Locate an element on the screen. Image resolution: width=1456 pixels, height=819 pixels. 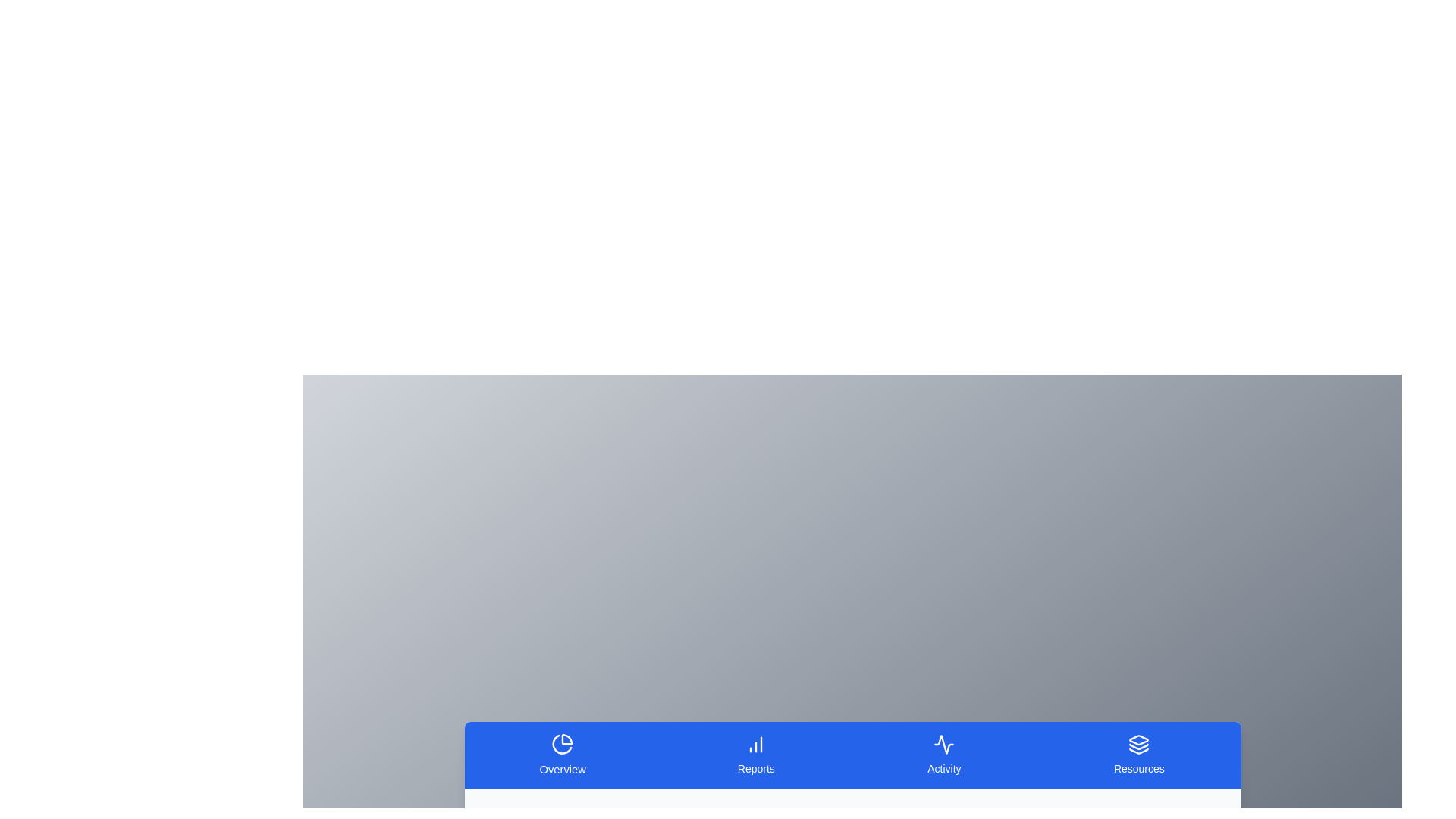
the tab corresponding to Resources is located at coordinates (1139, 755).